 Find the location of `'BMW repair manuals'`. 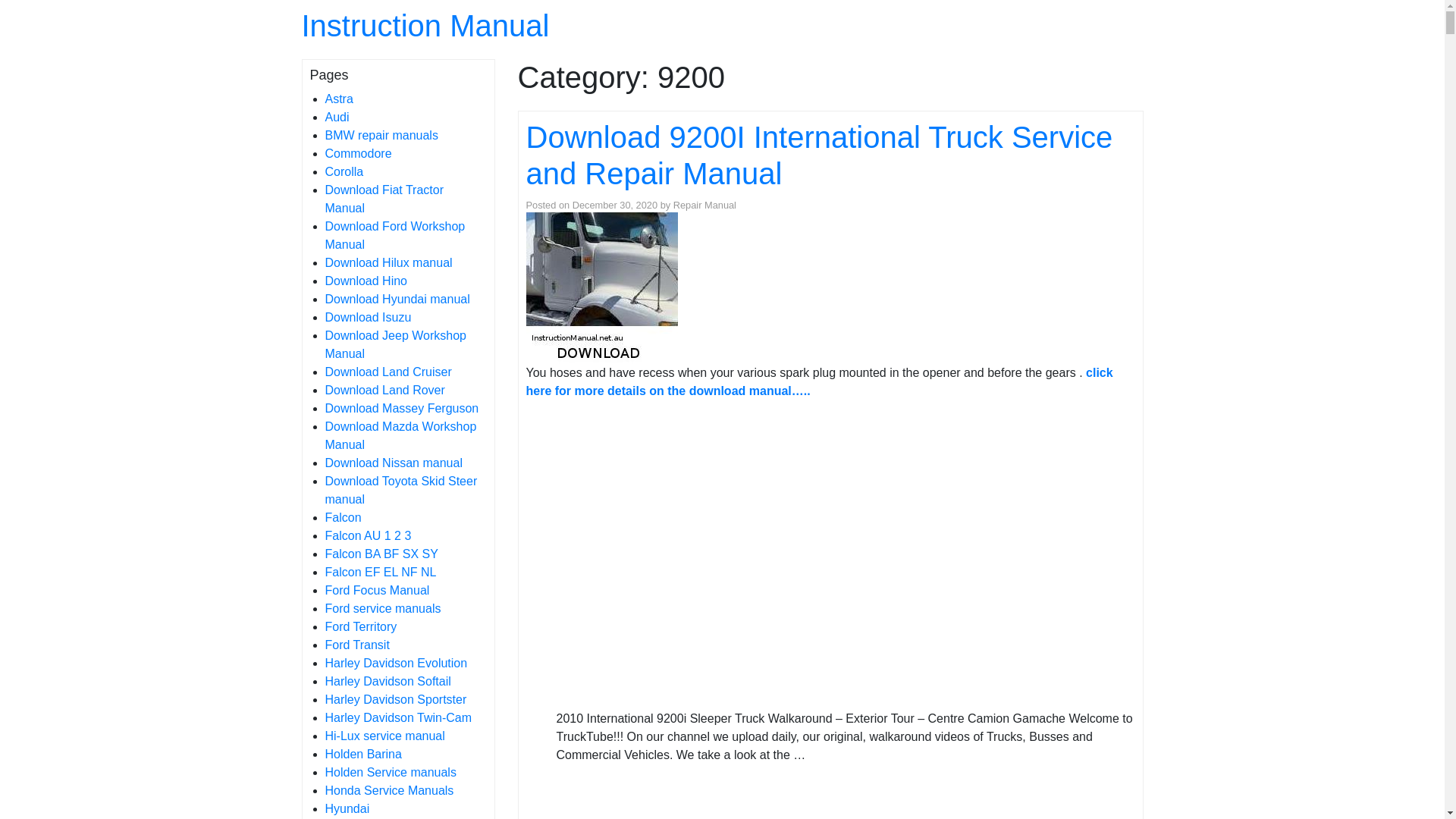

'BMW repair manuals' is located at coordinates (381, 134).